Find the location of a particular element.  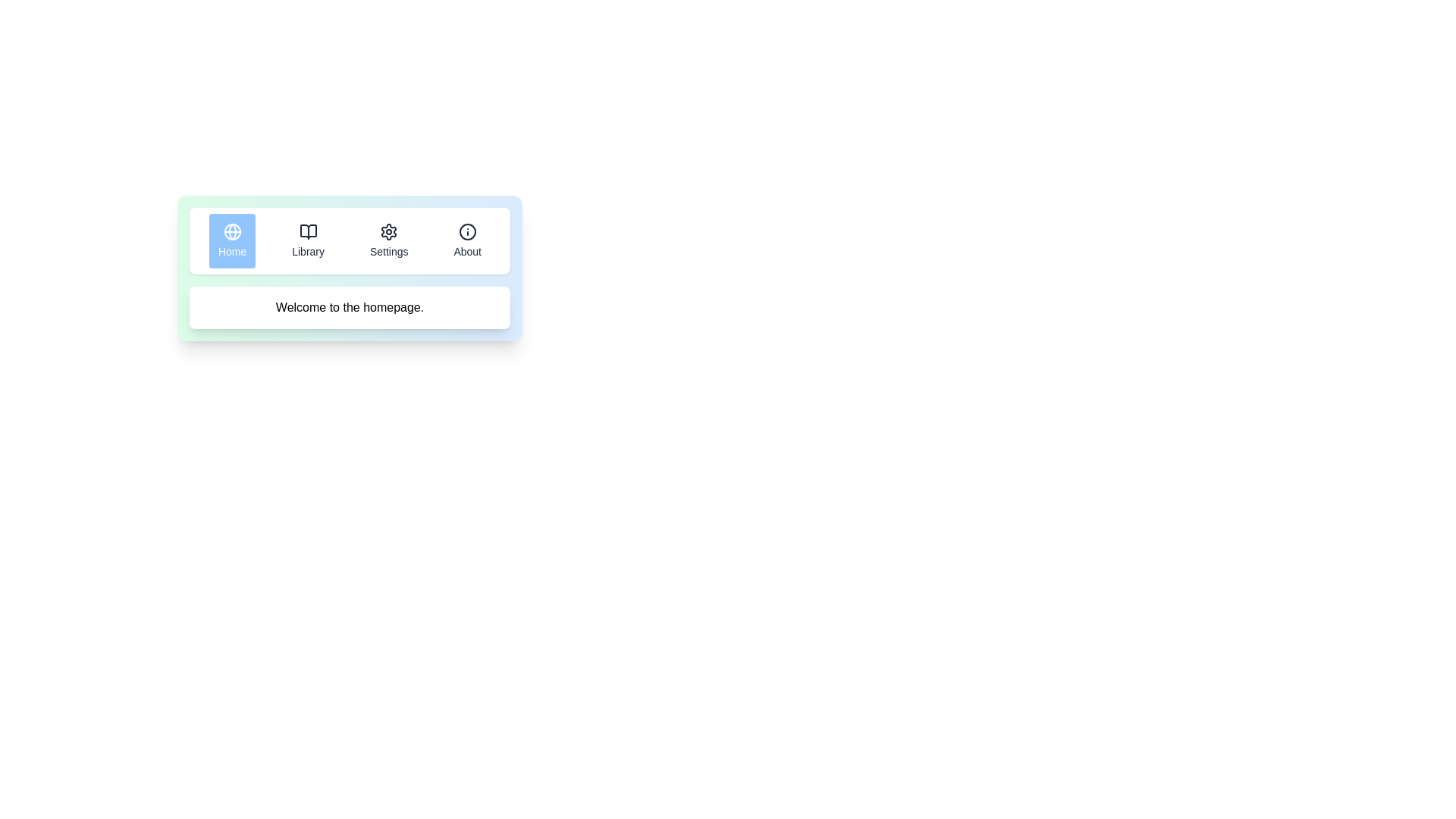

the tab labeled About is located at coordinates (466, 240).